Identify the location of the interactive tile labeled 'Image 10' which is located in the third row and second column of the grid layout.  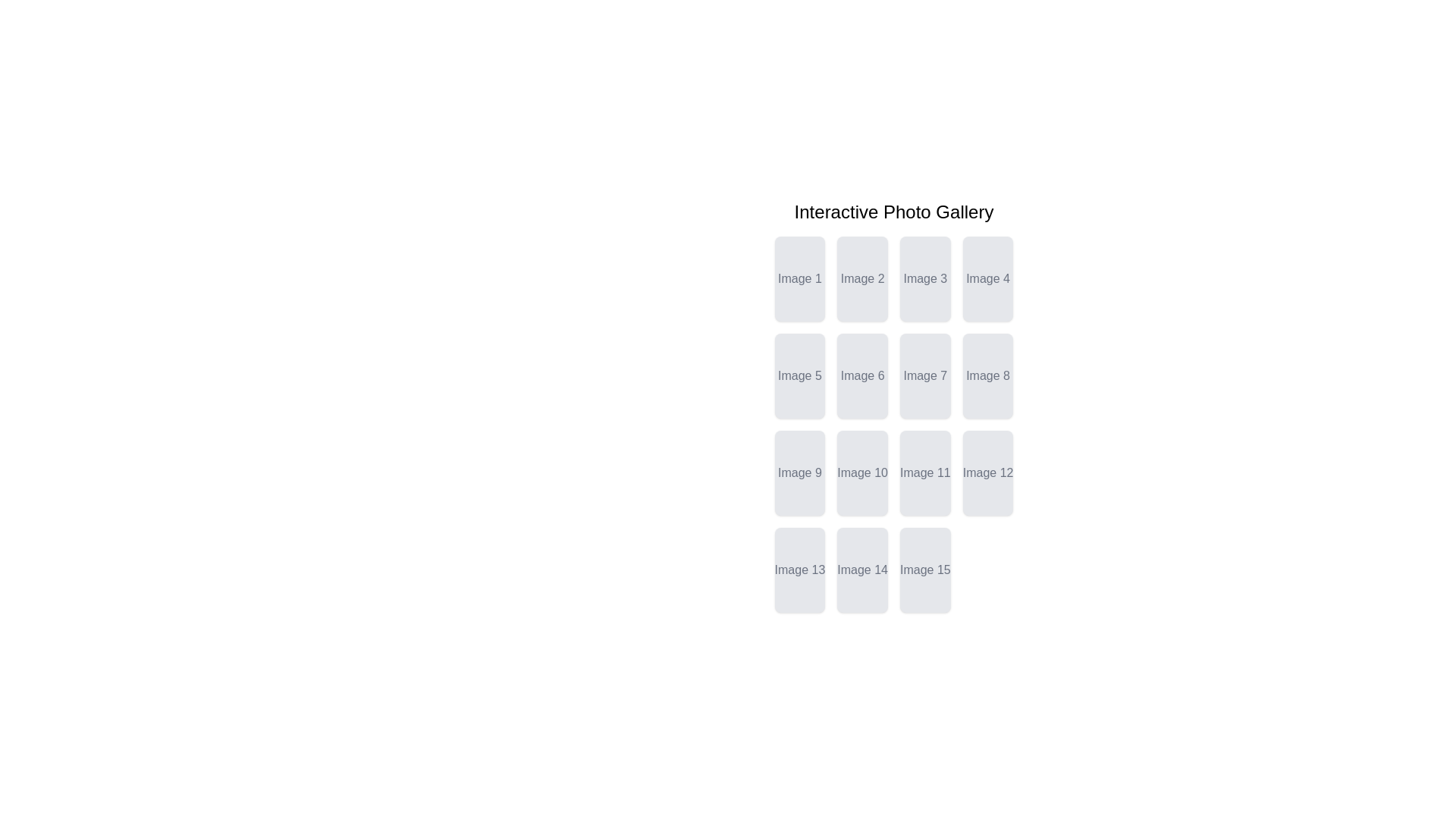
(862, 472).